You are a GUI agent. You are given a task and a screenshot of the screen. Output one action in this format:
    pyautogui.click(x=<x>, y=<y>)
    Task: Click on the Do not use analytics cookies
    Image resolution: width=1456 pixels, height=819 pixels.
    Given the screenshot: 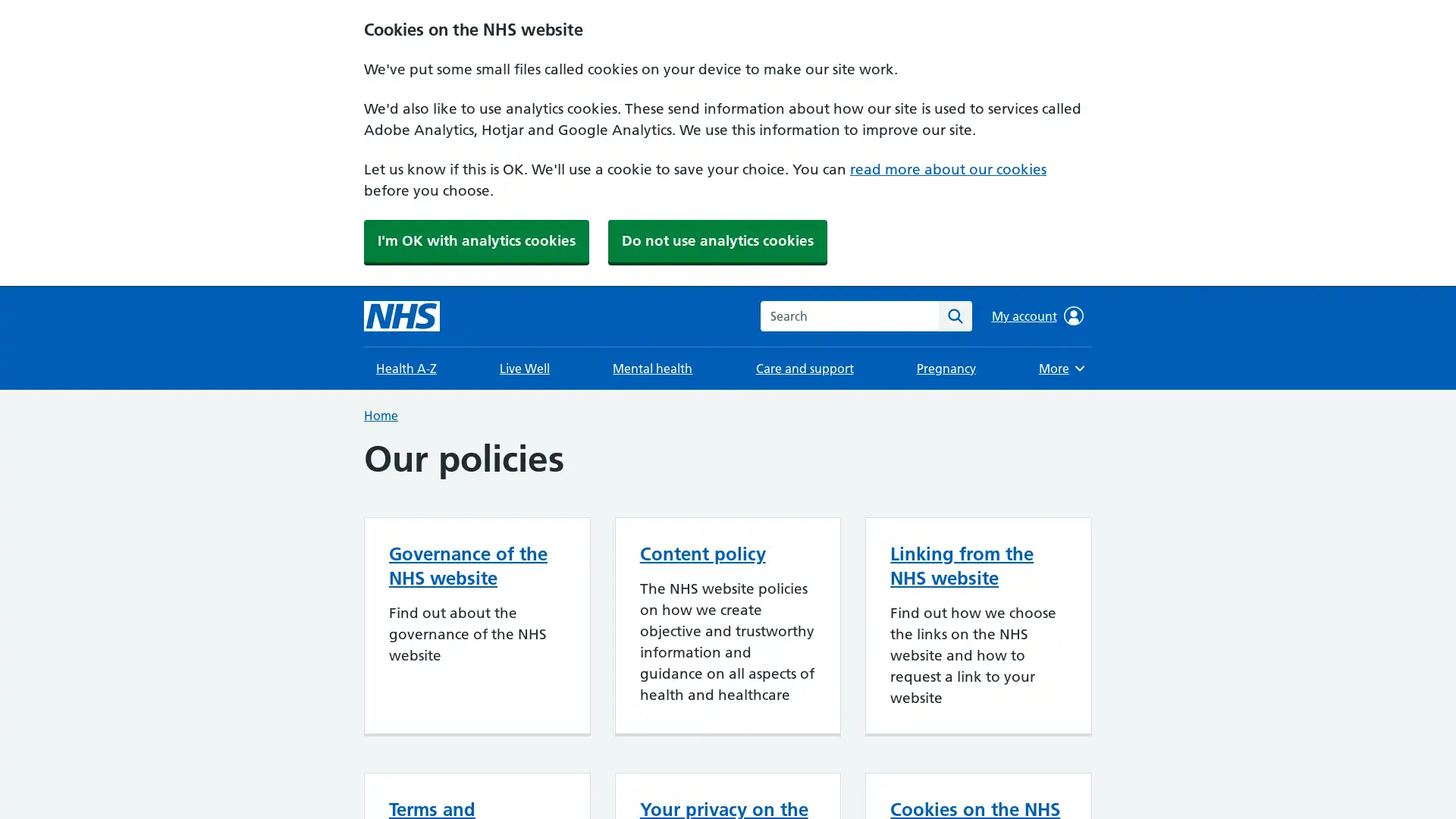 What is the action you would take?
    pyautogui.click(x=717, y=240)
    